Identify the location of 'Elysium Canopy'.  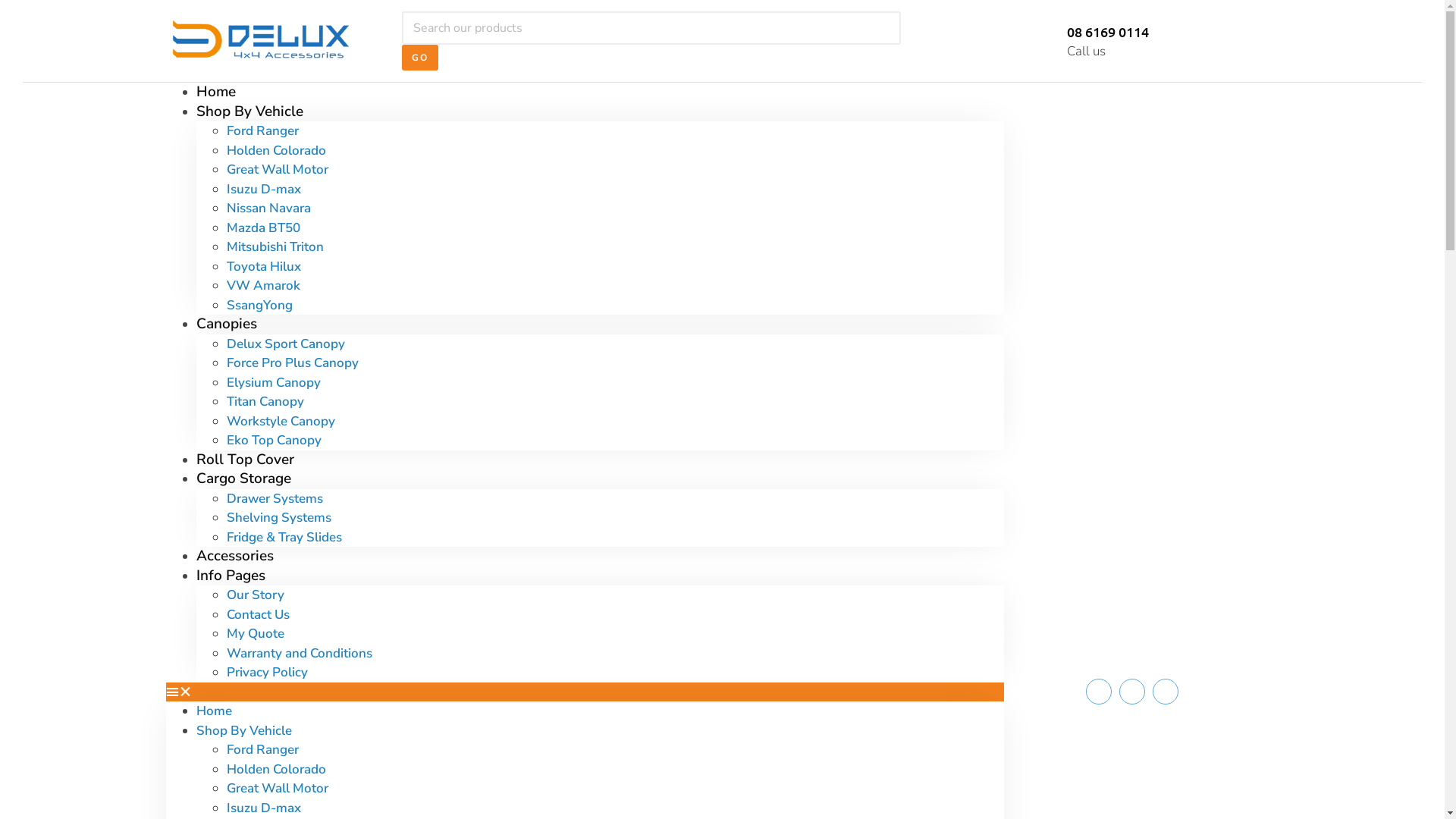
(273, 381).